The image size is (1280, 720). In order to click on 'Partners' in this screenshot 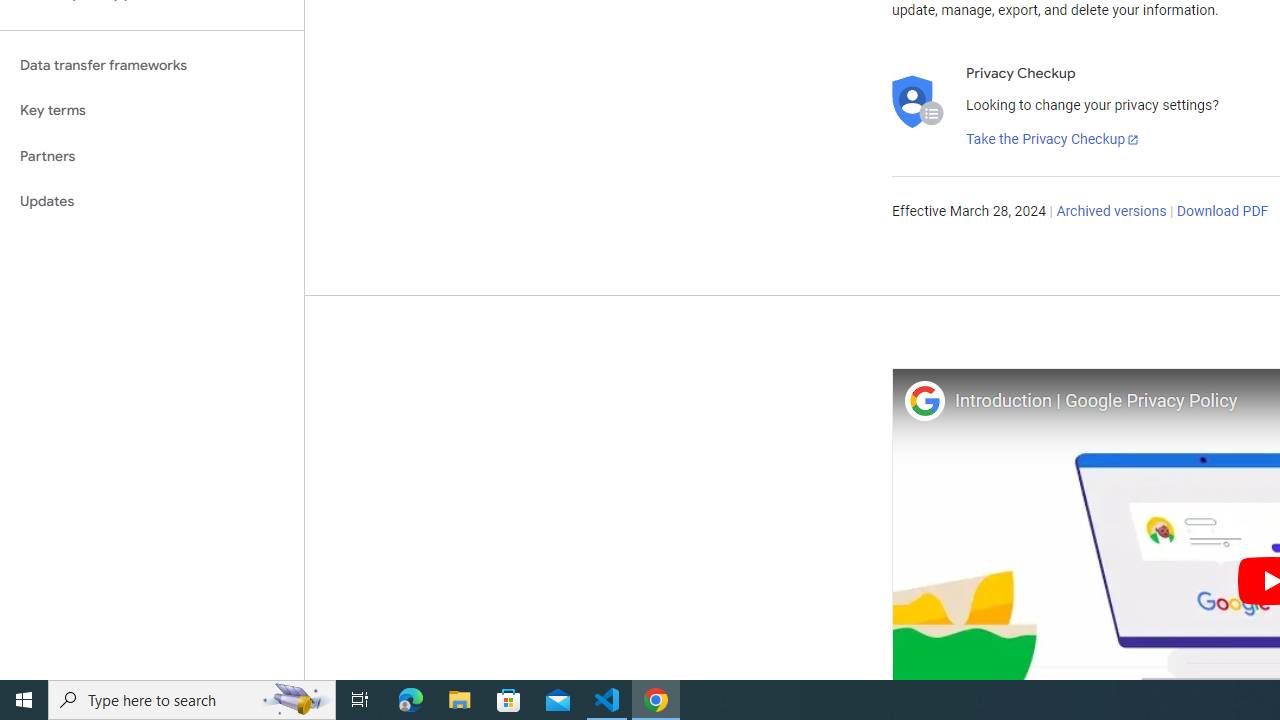, I will do `click(151, 155)`.